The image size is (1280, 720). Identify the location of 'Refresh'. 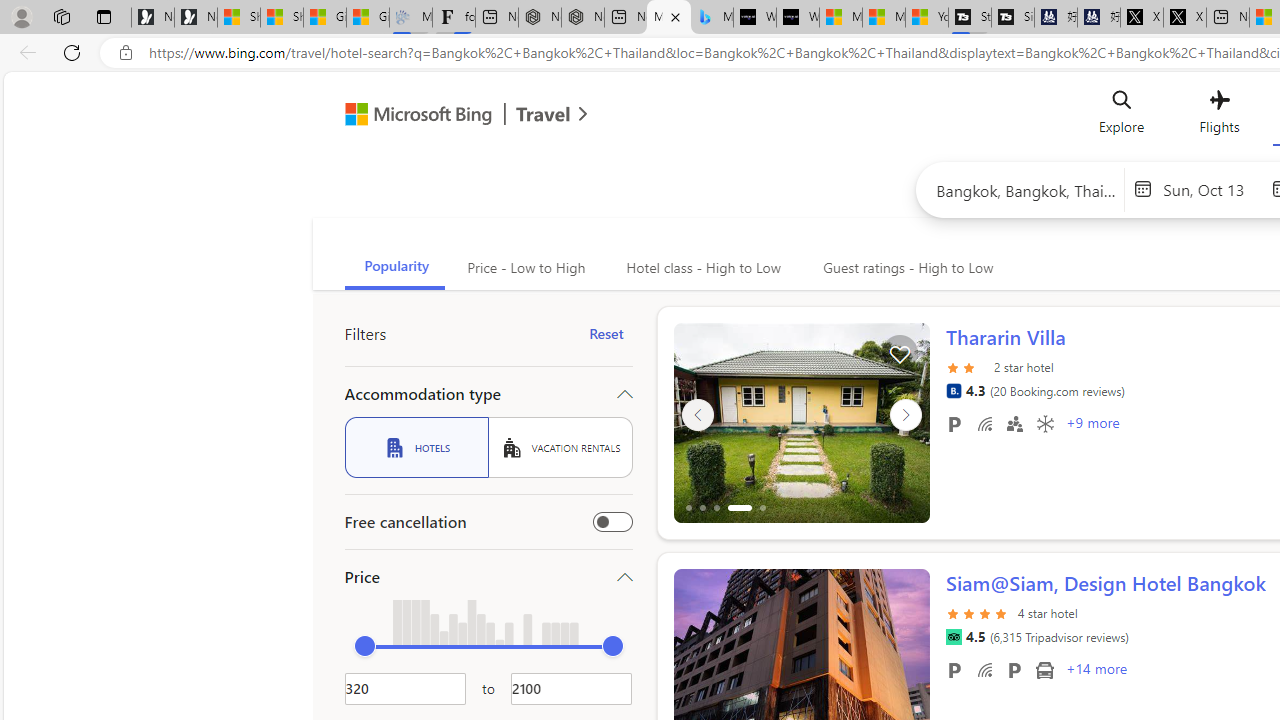
(72, 51).